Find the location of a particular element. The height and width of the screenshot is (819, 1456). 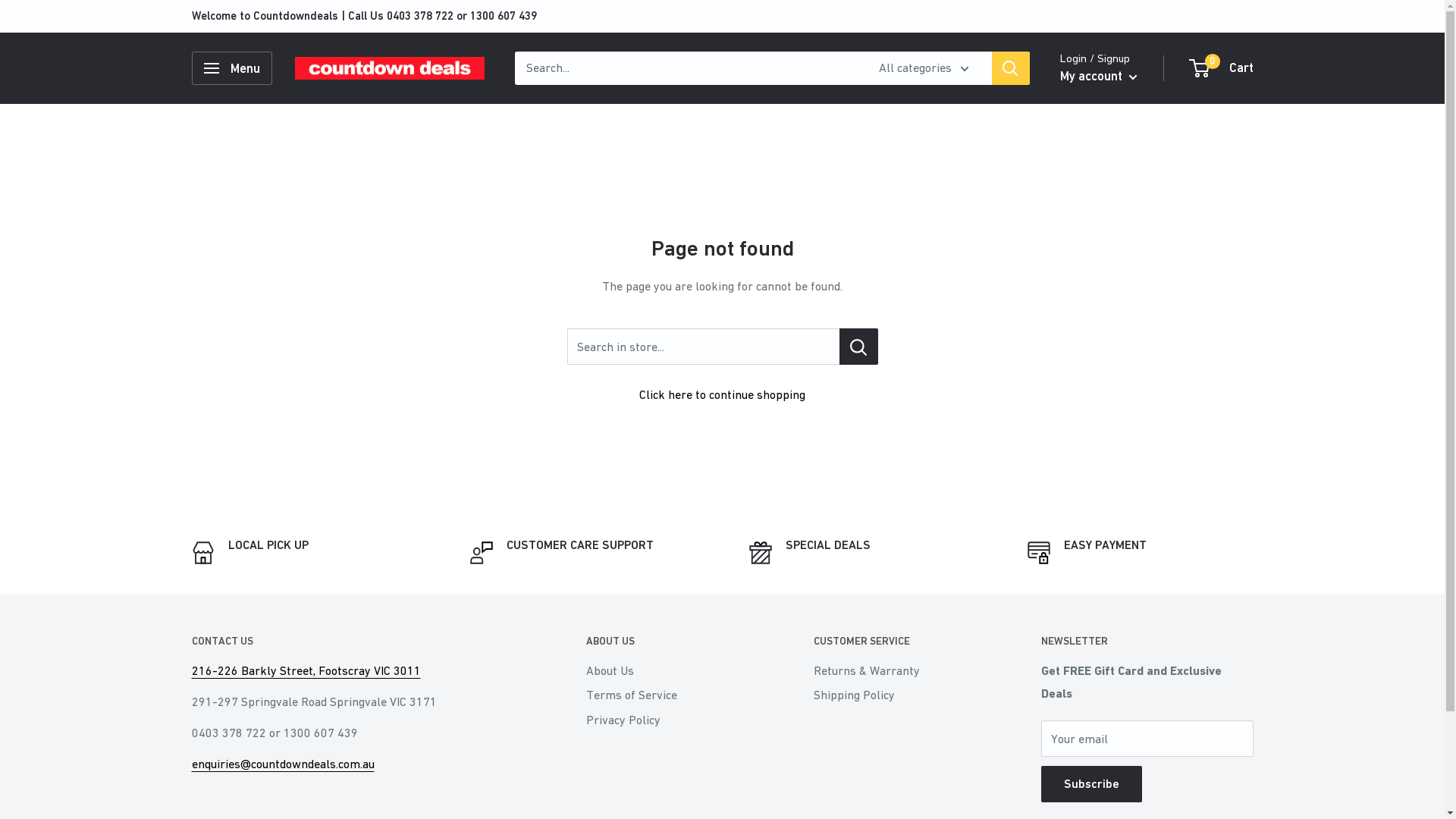

'enquiries@countdowndeals.com.au' is located at coordinates (190, 763).